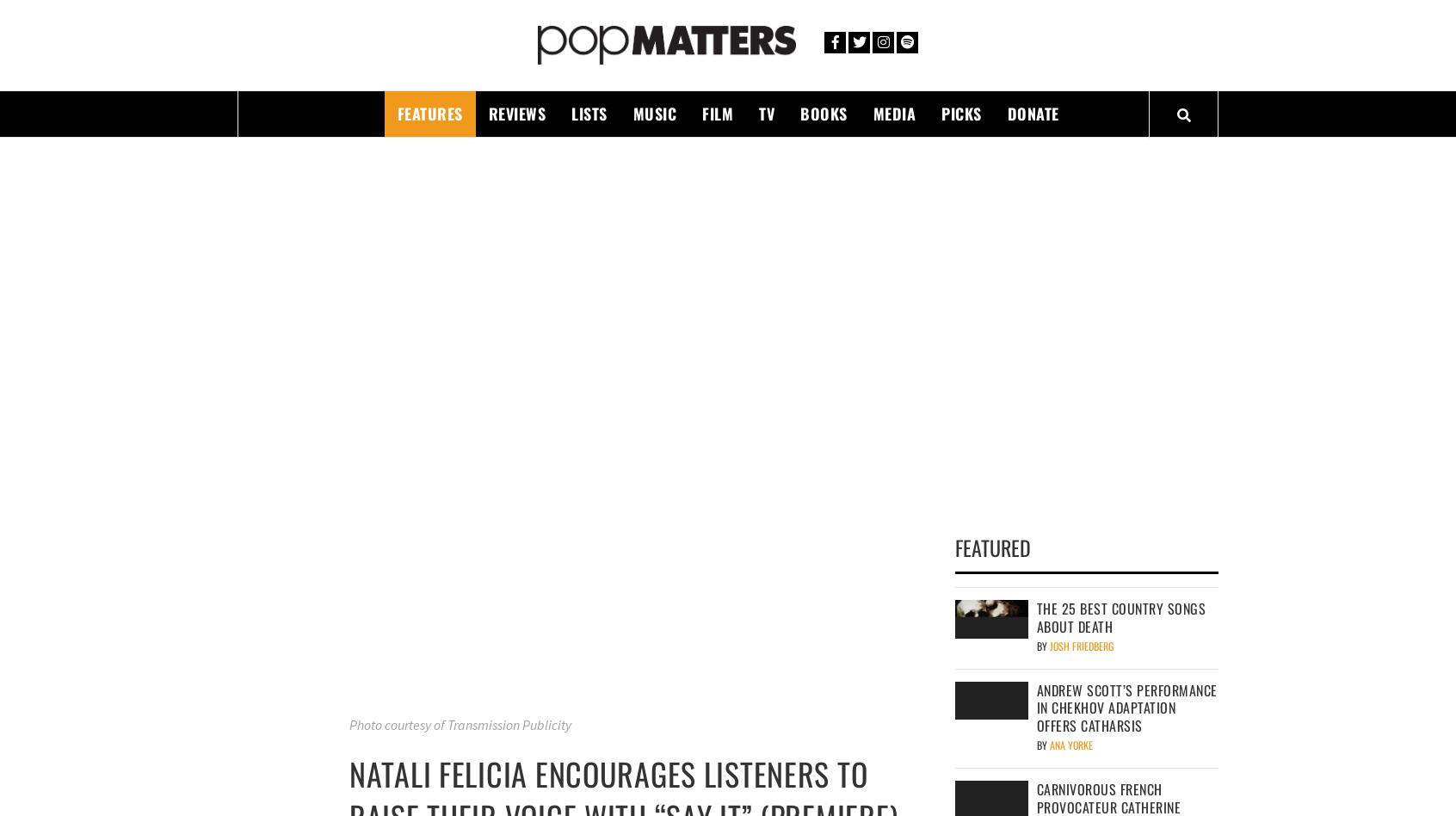 The width and height of the screenshot is (1456, 816). Describe the element at coordinates (961, 112) in the screenshot. I see `'Picks'` at that location.